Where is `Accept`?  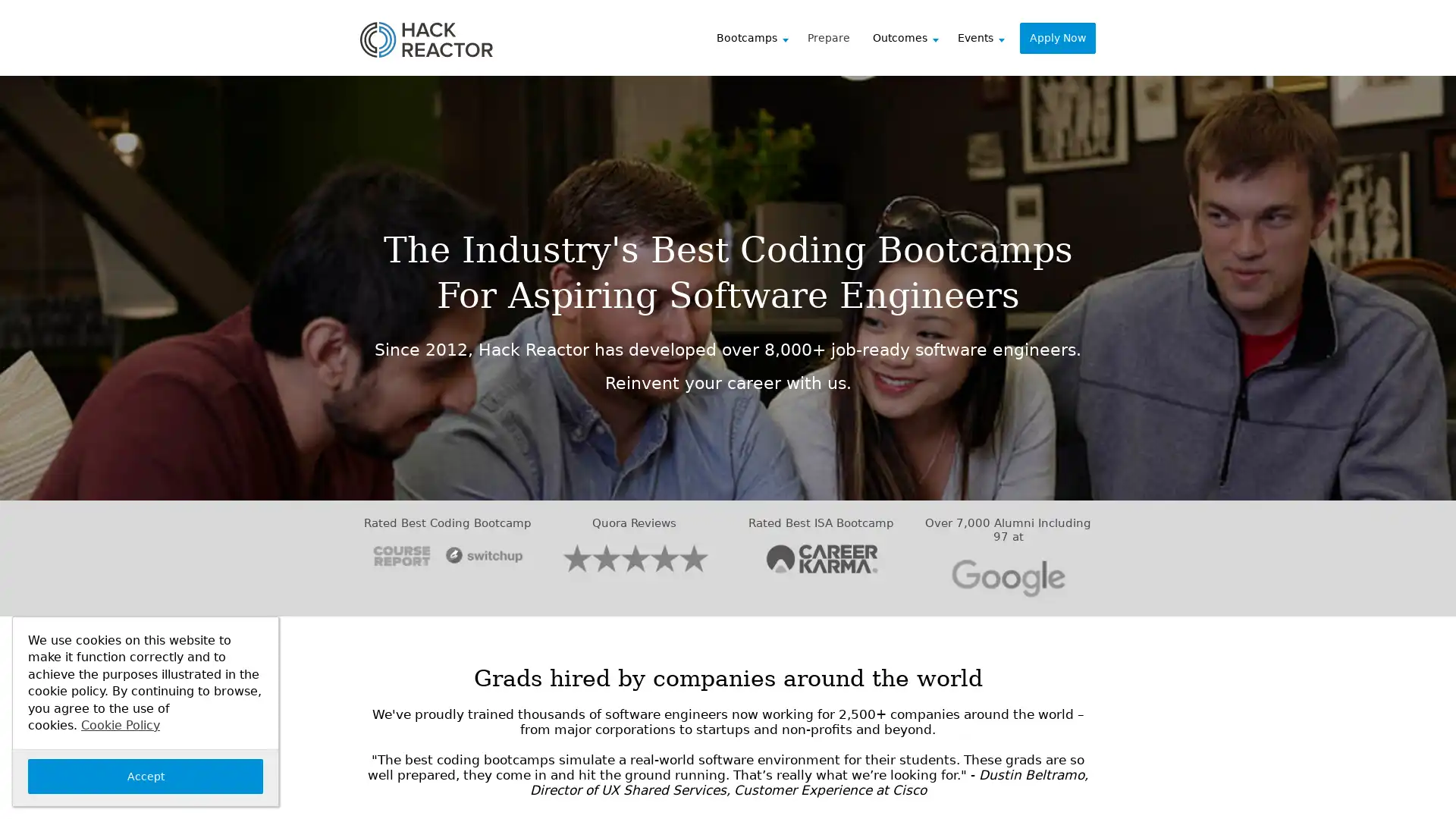
Accept is located at coordinates (146, 776).